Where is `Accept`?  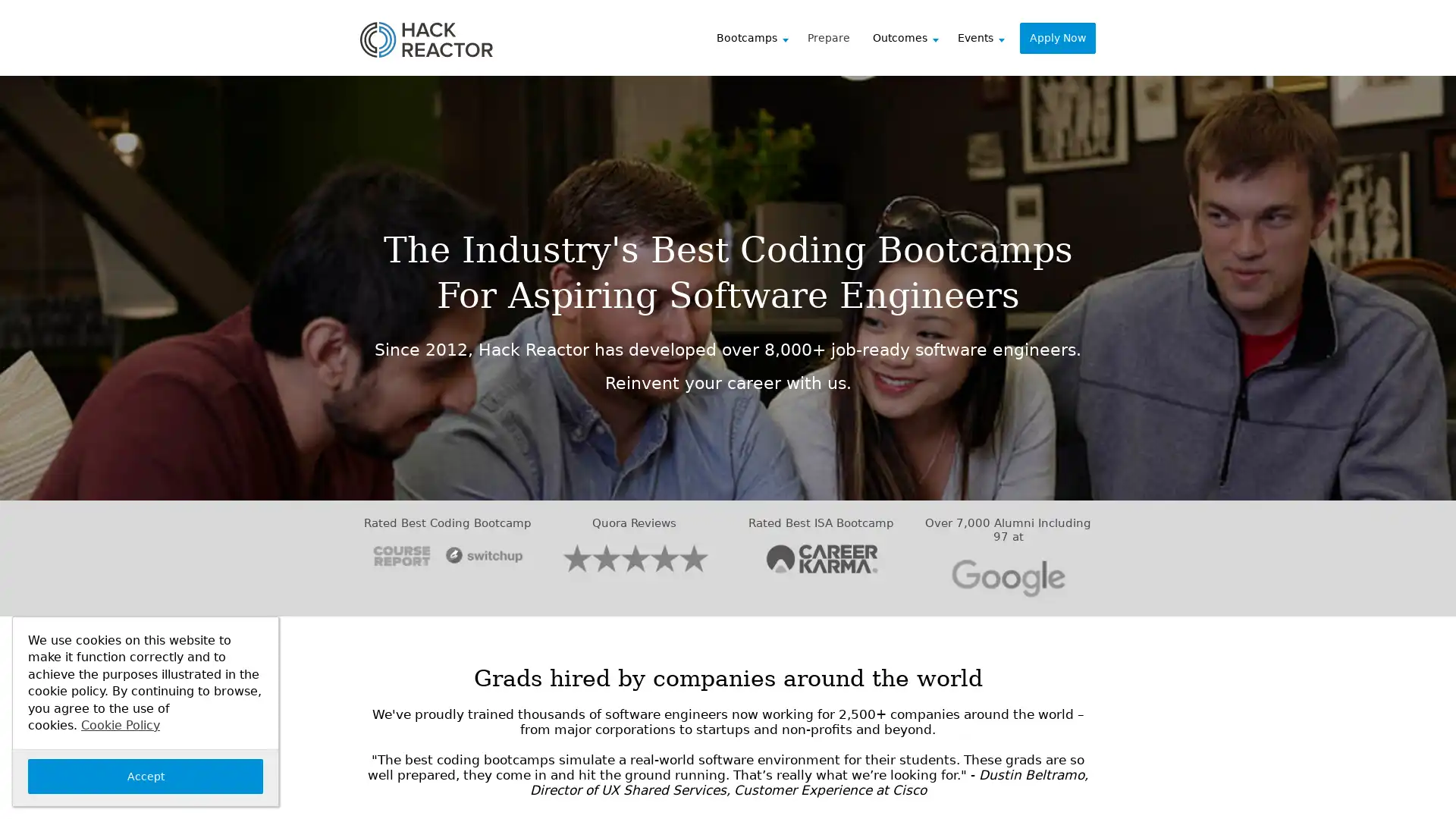
Accept is located at coordinates (146, 776).